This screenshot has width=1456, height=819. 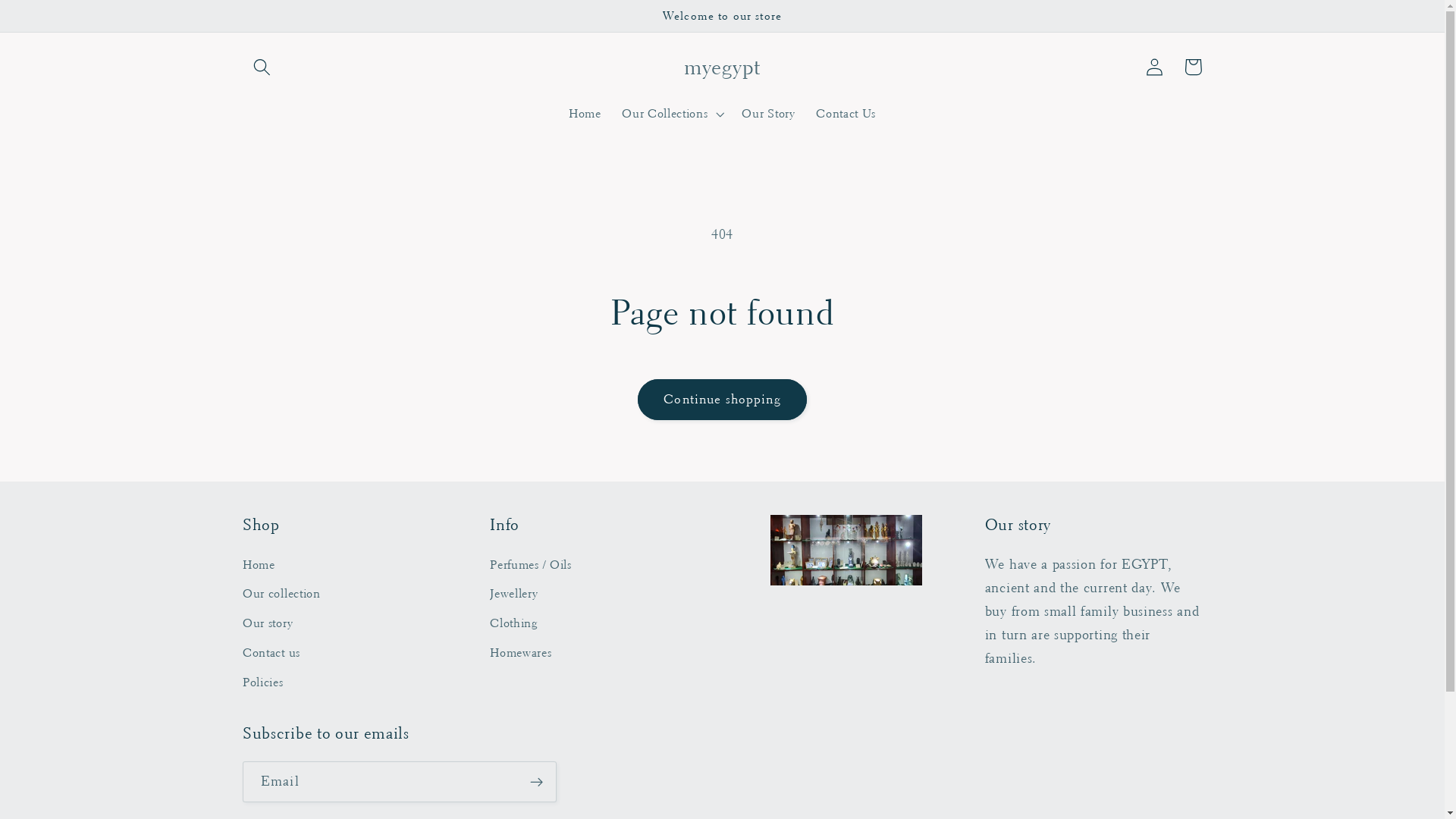 What do you see at coordinates (281, 594) in the screenshot?
I see `'Our collection'` at bounding box center [281, 594].